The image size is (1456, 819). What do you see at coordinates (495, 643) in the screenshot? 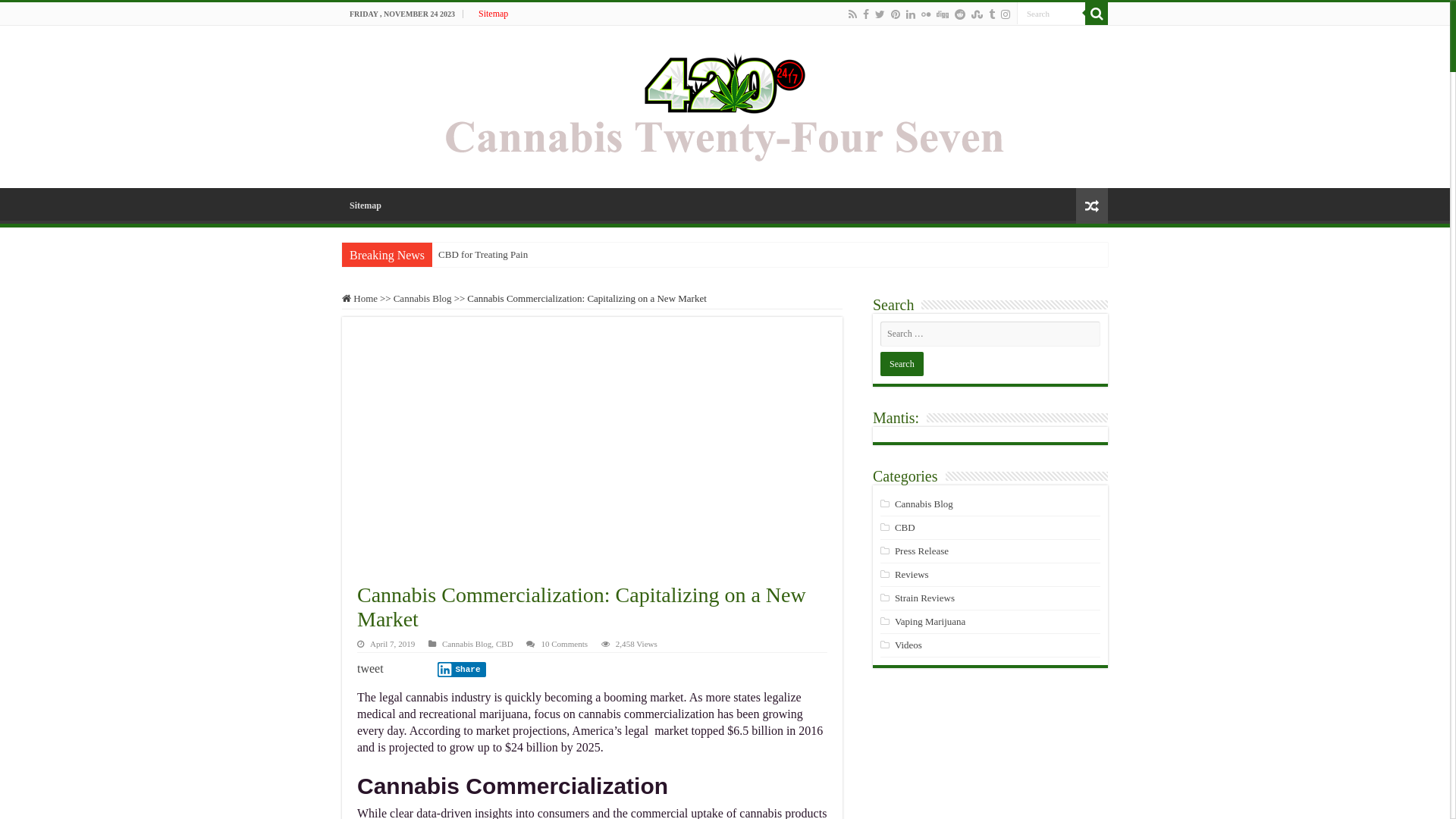
I see `'CBD'` at bounding box center [495, 643].